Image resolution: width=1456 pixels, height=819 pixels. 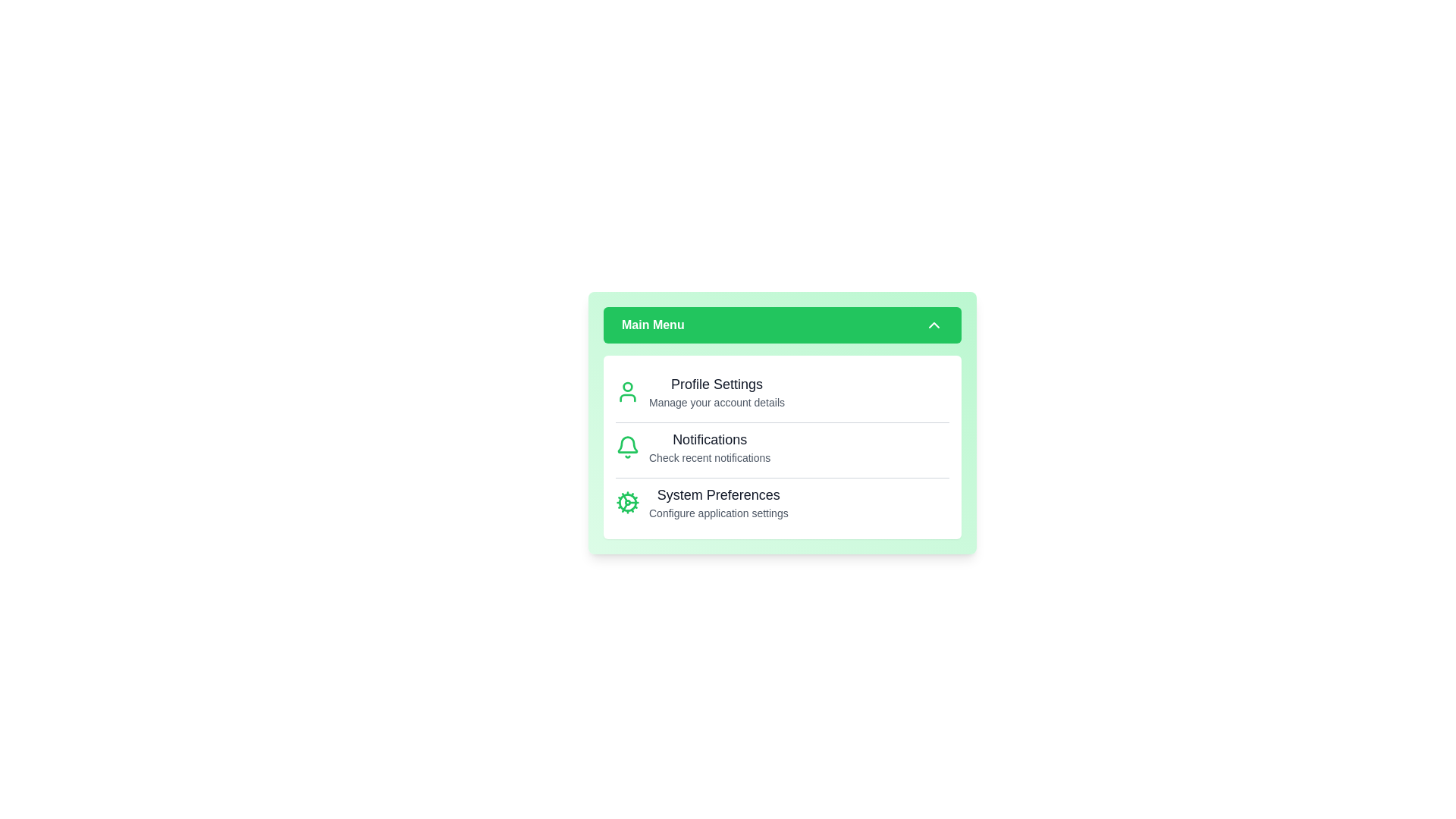 I want to click on the descriptive text under the menu item Notifications, so click(x=709, y=457).